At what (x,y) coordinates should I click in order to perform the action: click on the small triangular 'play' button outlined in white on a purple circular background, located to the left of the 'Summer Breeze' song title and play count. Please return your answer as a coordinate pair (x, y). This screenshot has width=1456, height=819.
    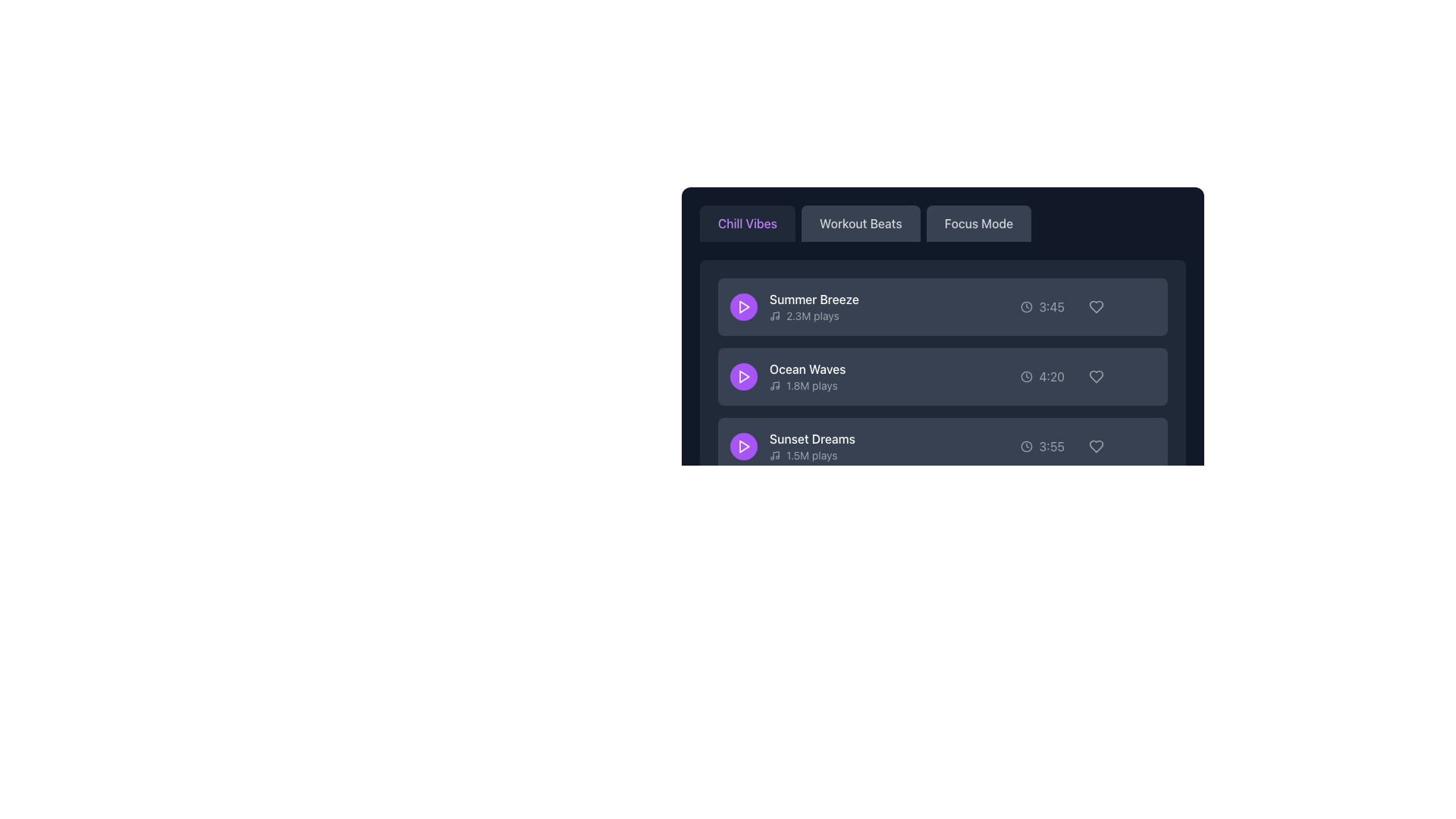
    Looking at the image, I should click on (743, 307).